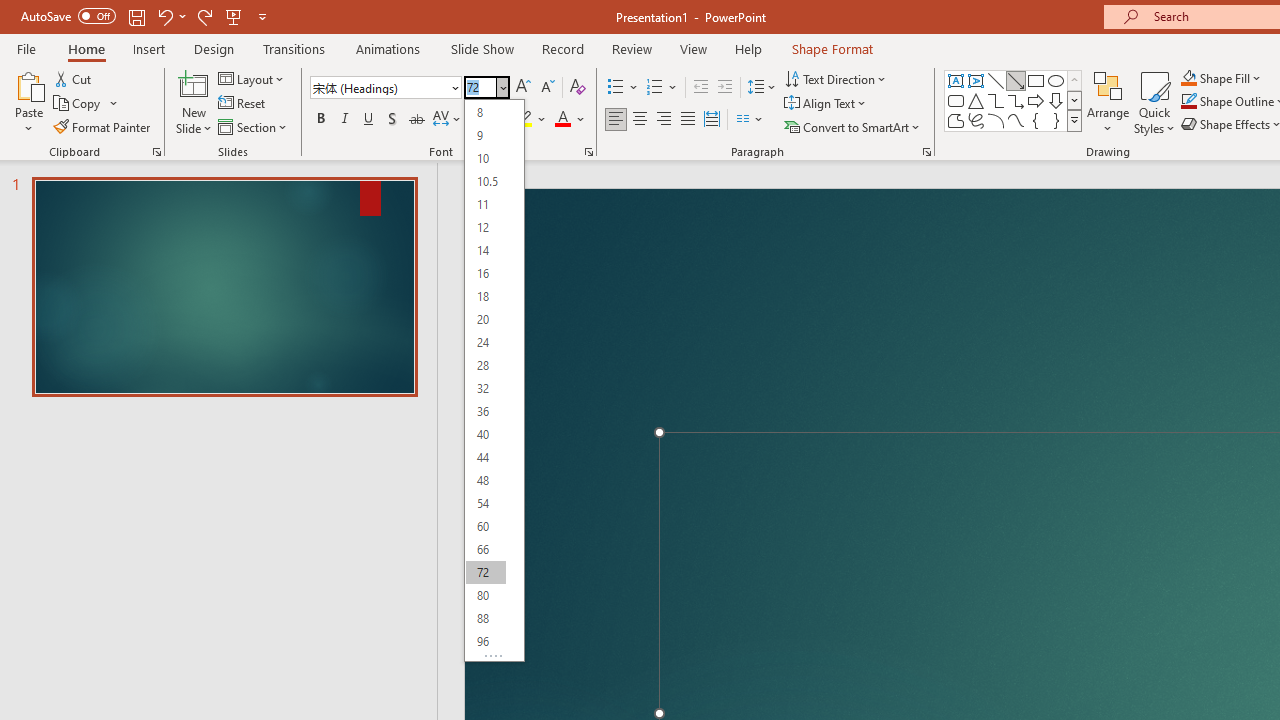 This screenshot has height=720, width=1280. I want to click on '96', so click(485, 641).